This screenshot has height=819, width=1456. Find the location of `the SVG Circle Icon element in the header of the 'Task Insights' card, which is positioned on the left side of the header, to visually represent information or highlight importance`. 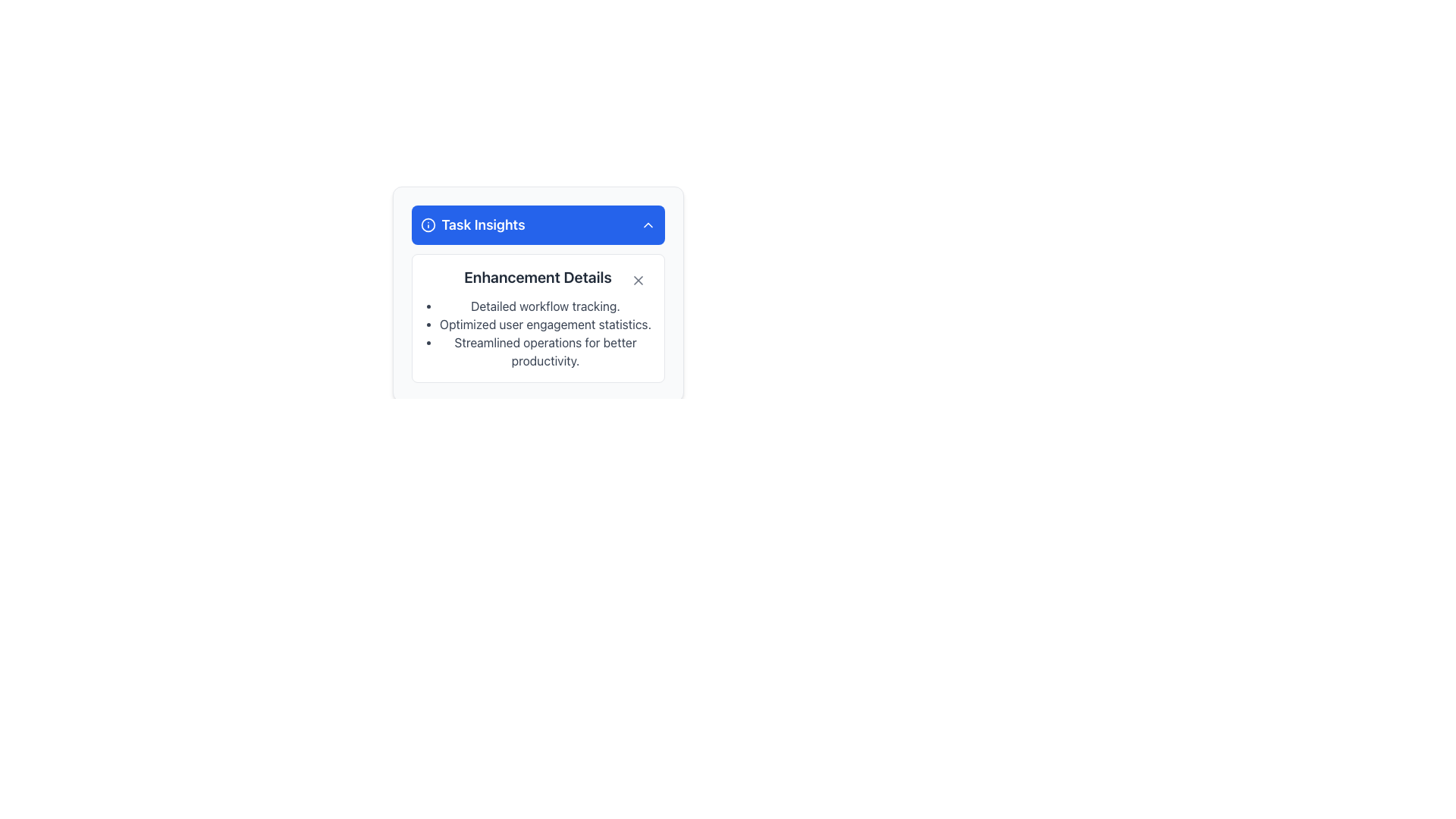

the SVG Circle Icon element in the header of the 'Task Insights' card, which is positioned on the left side of the header, to visually represent information or highlight importance is located at coordinates (427, 225).